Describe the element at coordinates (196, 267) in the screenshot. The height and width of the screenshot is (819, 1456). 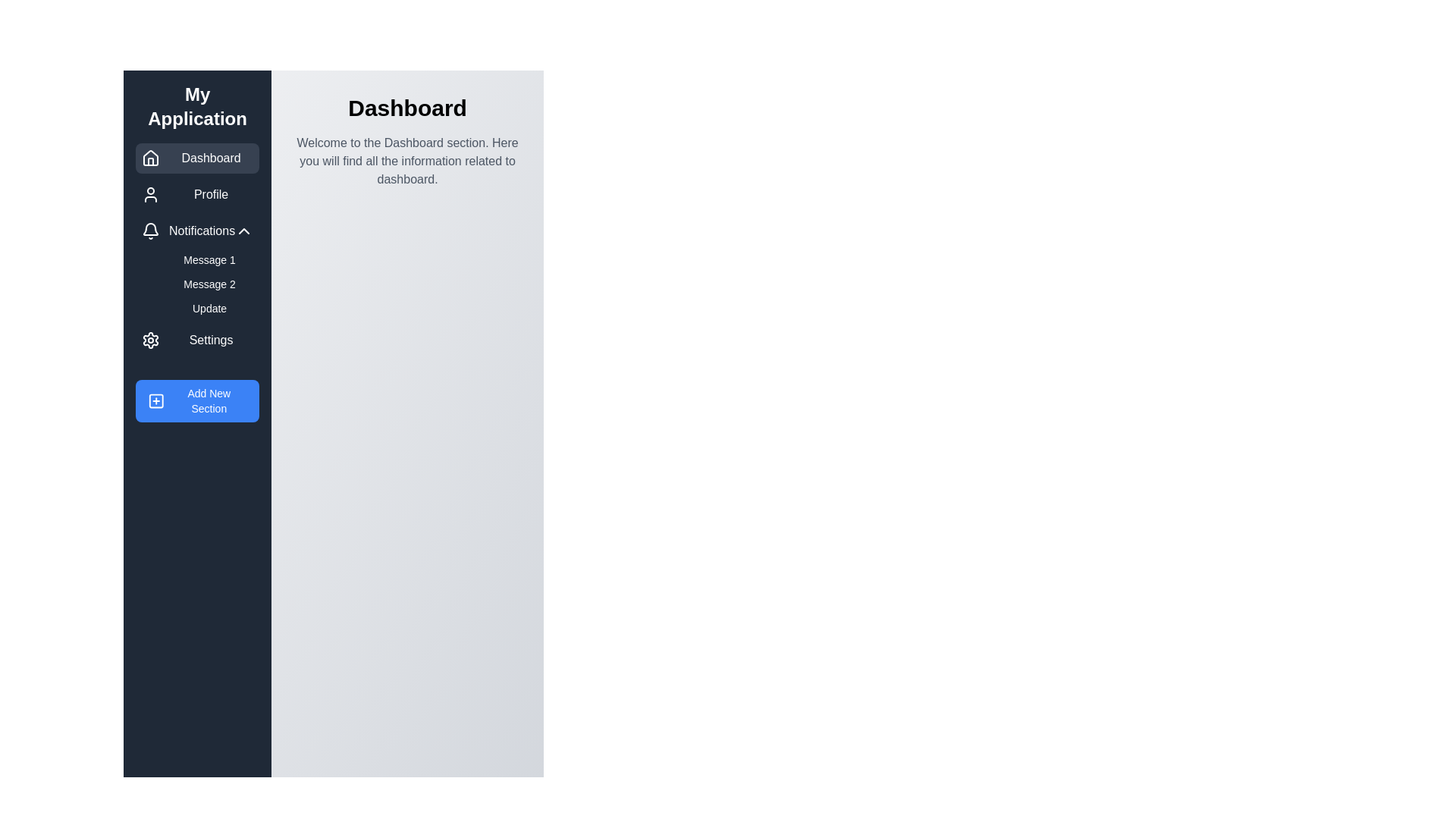
I see `the 'Notifications' dropdown menu in the left navigation menu` at that location.